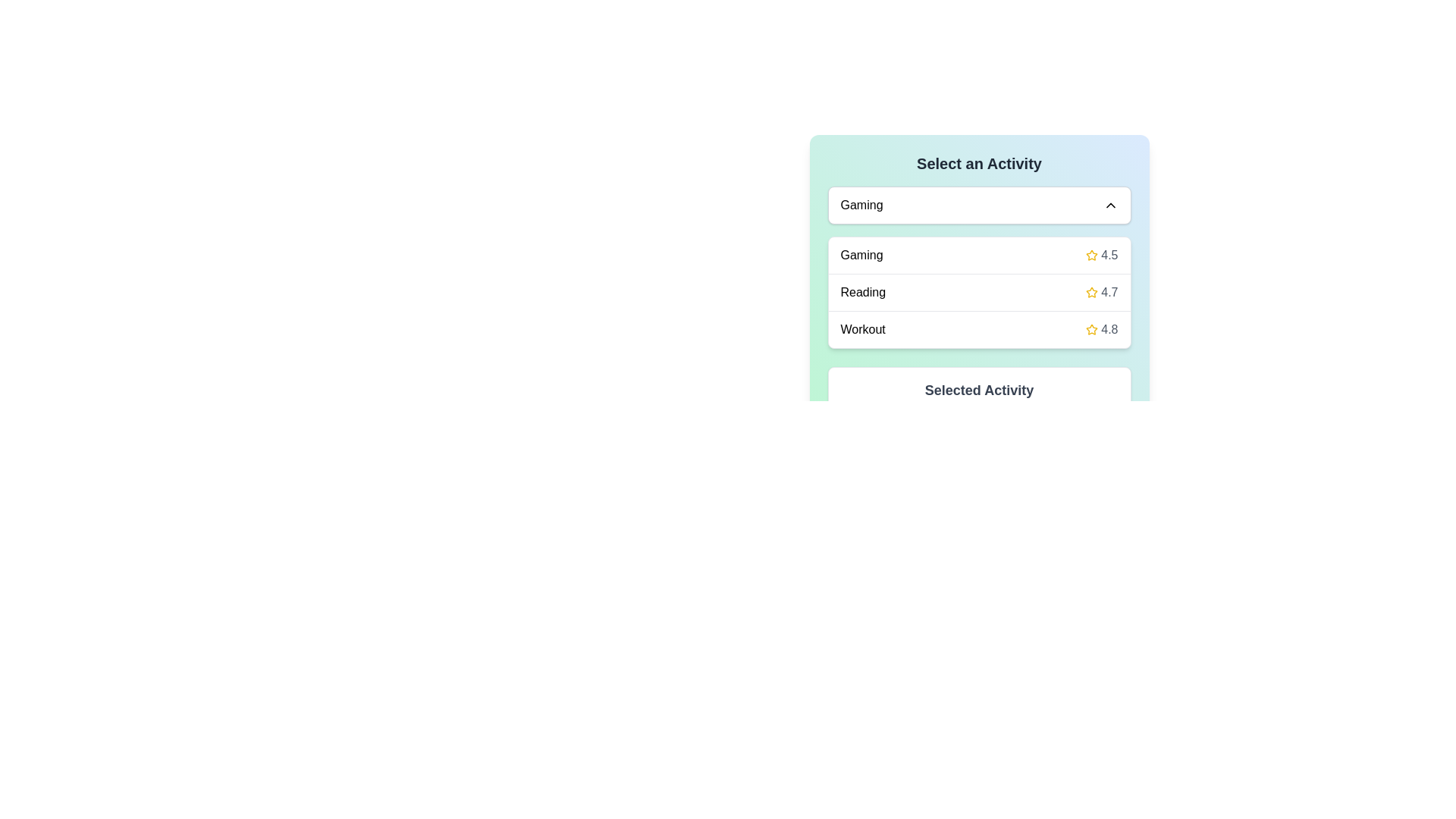 Image resolution: width=1456 pixels, height=819 pixels. What do you see at coordinates (979, 205) in the screenshot?
I see `the Dropdown Toggle located below the 'Select an Activity' section title` at bounding box center [979, 205].